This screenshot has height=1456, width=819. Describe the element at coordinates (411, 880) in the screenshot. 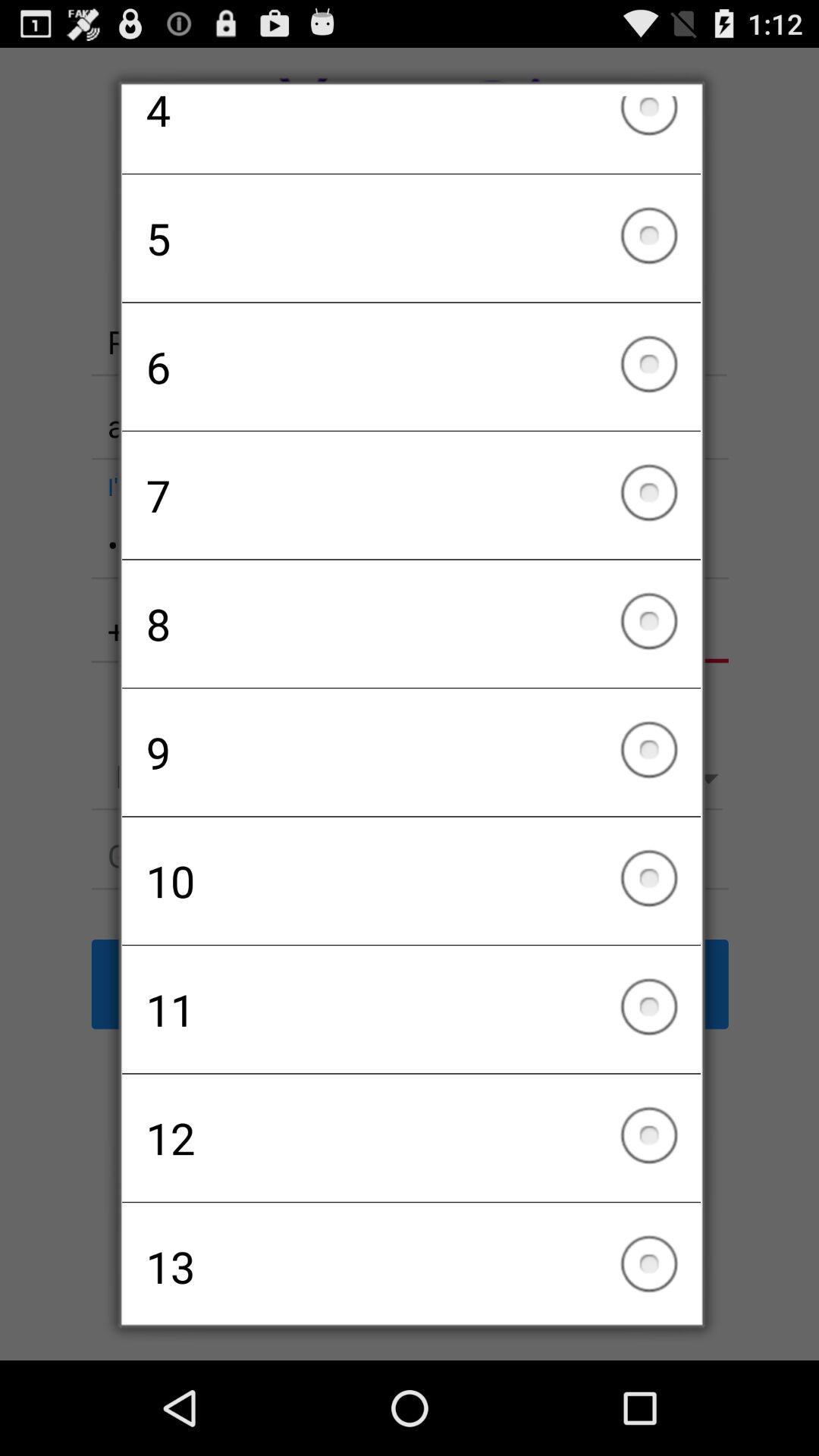

I see `the icon above the 11 item` at that location.